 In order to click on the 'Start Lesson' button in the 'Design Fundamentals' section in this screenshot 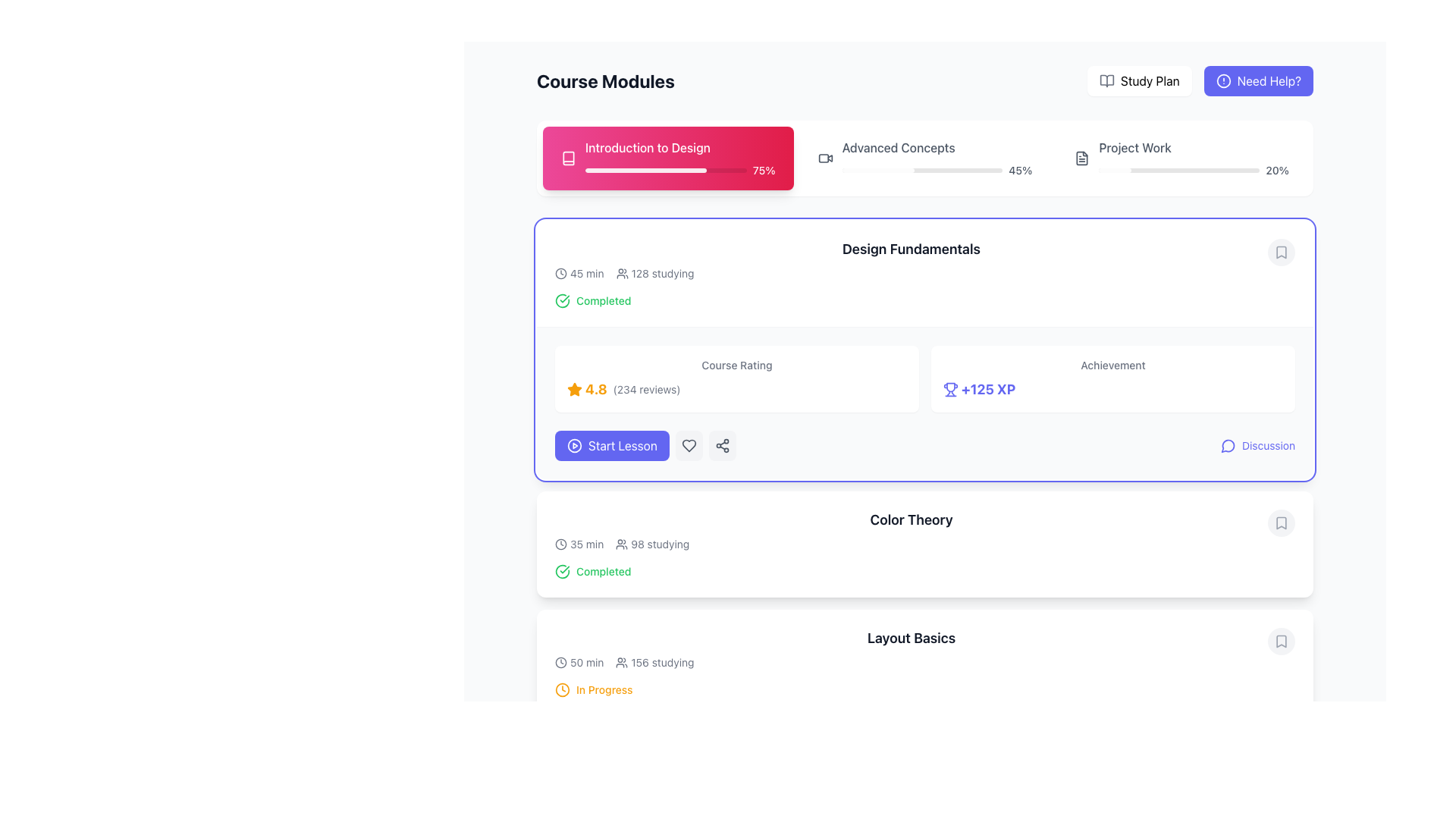, I will do `click(645, 444)`.